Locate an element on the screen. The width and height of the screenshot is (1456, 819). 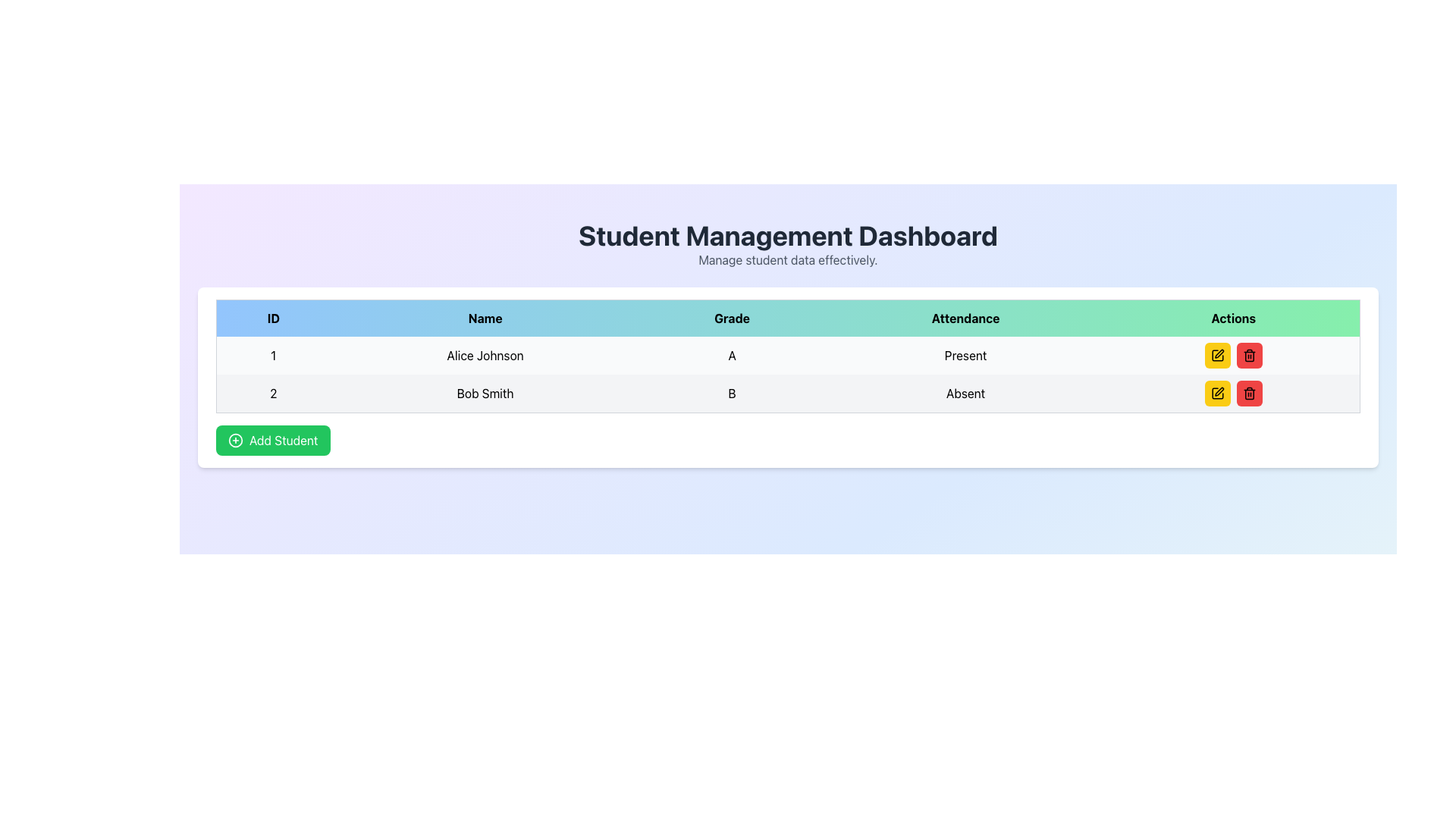
the editing icon located under the 'Actions' header in the 'Bob Smith' row of the table is located at coordinates (1217, 393).